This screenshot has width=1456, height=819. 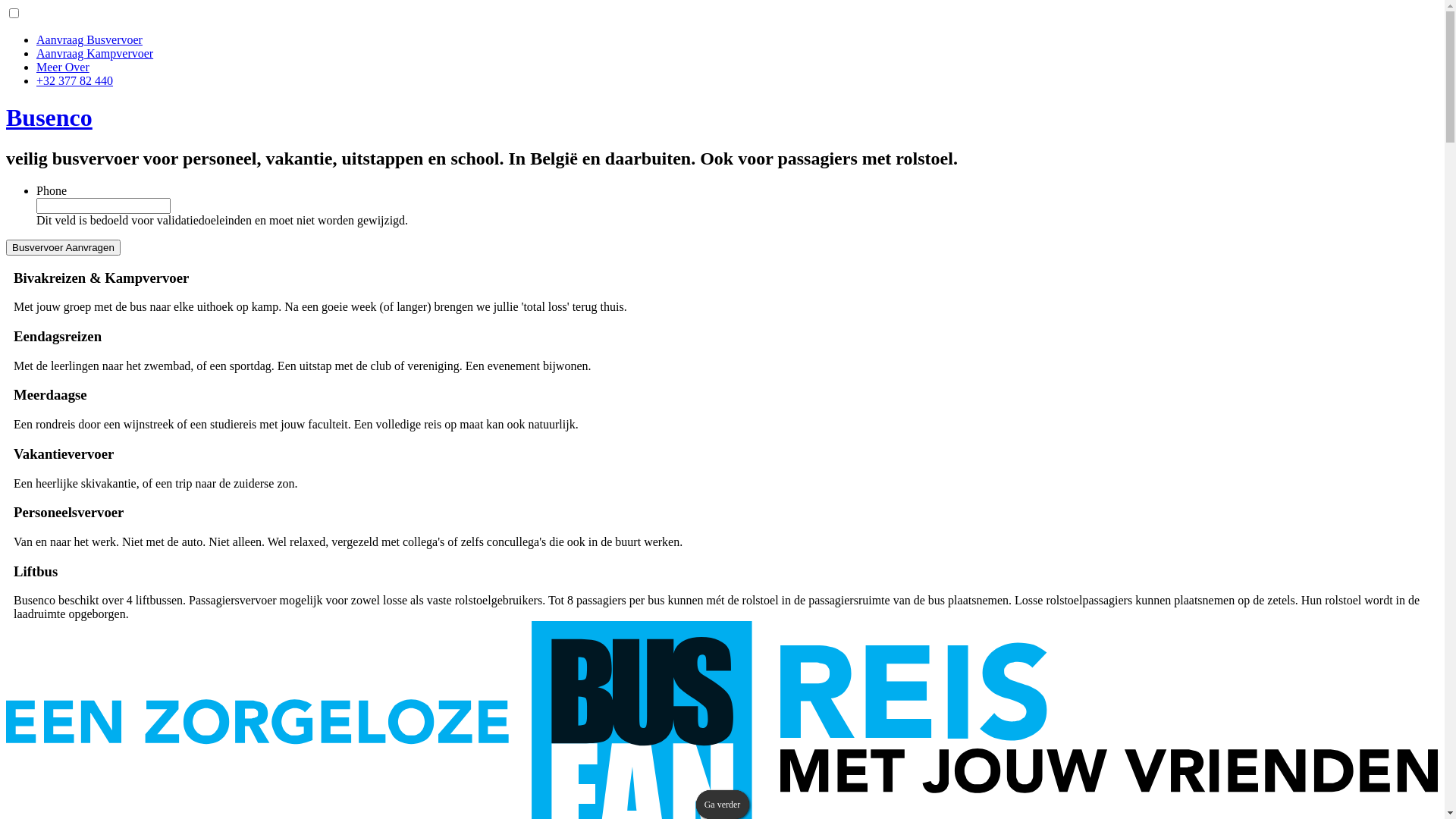 I want to click on 'Busenco', so click(x=49, y=116).